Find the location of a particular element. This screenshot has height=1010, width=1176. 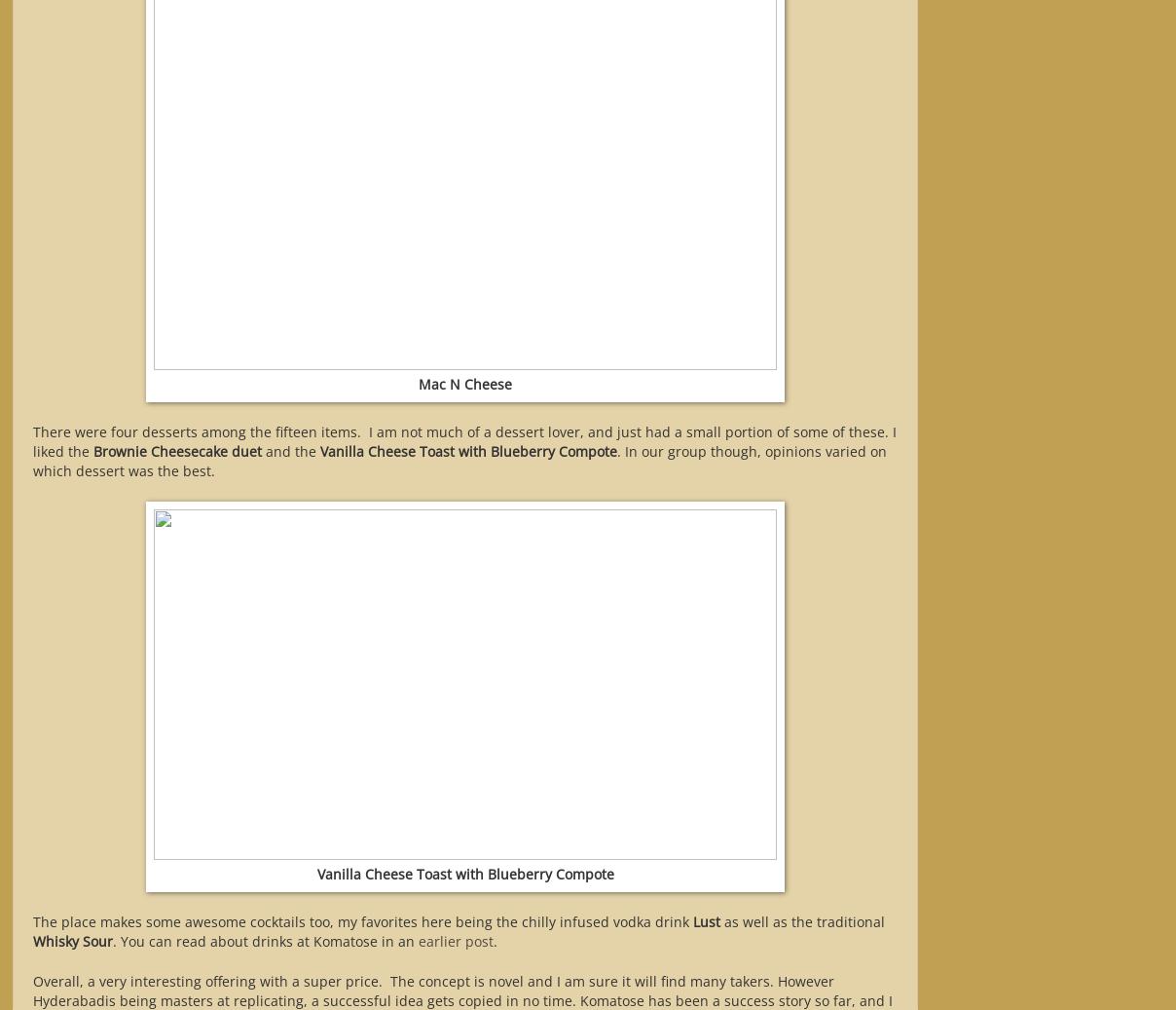

'and the' is located at coordinates (262, 450).